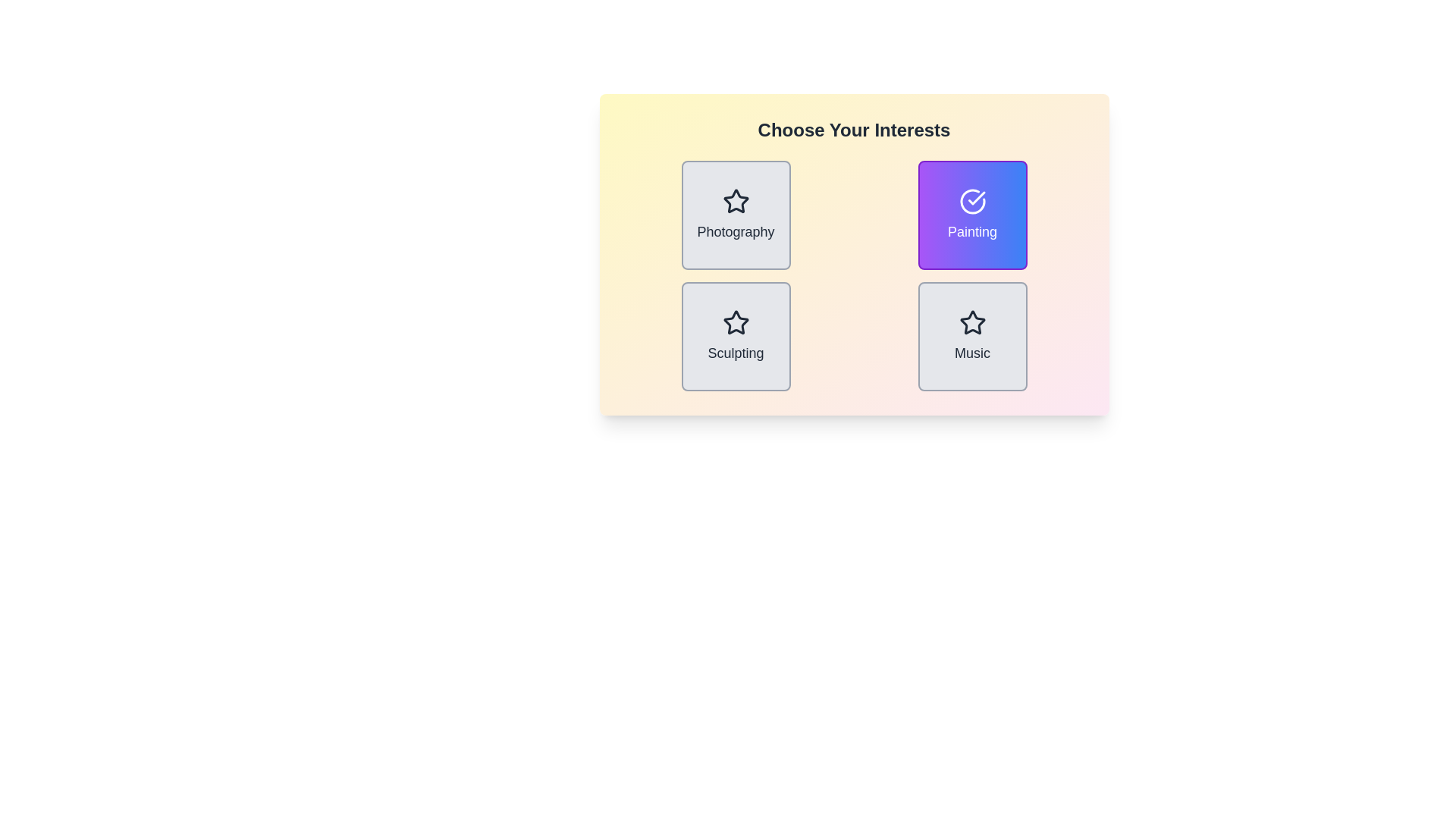 This screenshot has height=819, width=1456. I want to click on the item labeled Painting by clicking its button, so click(972, 215).